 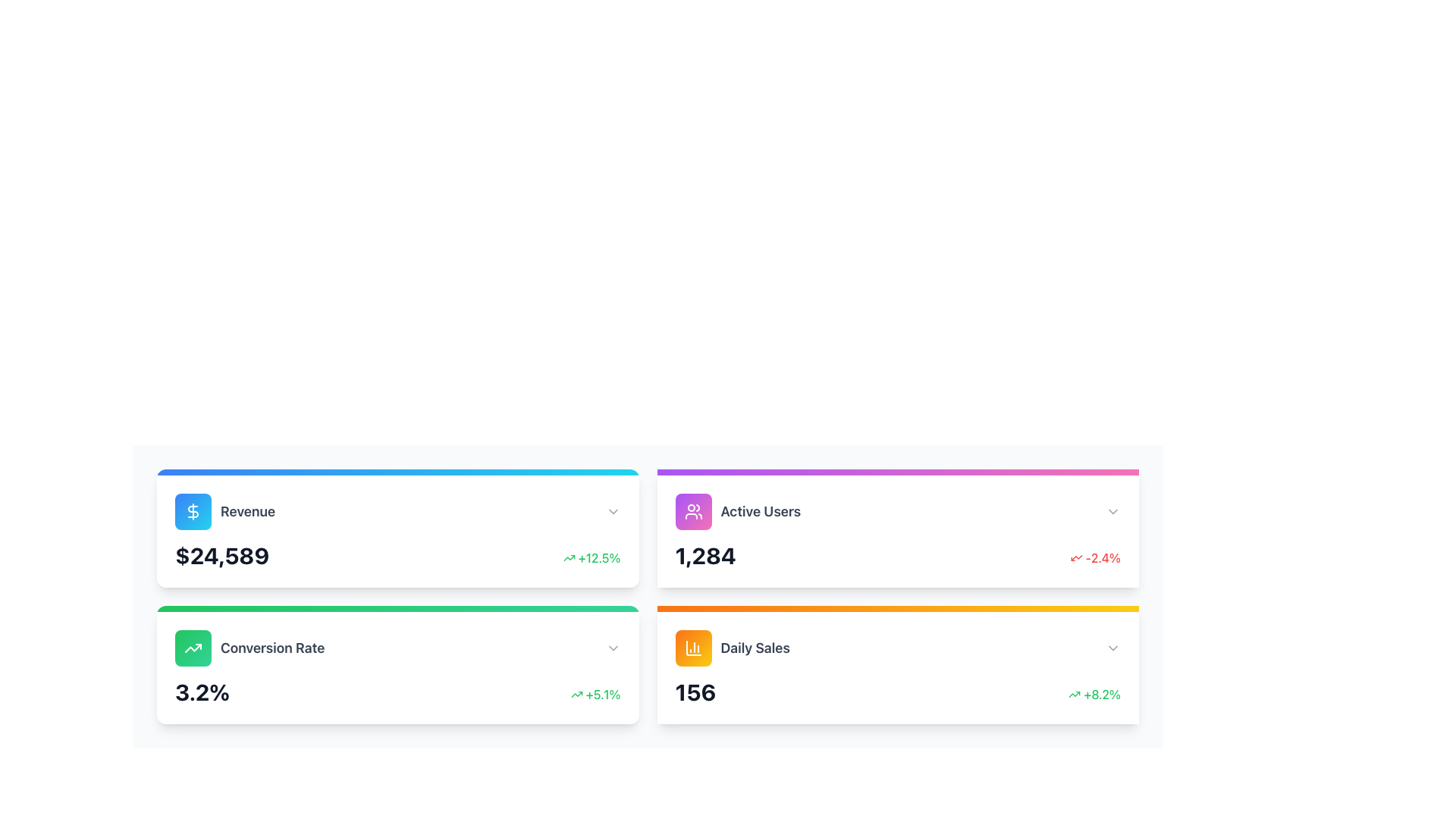 I want to click on the collapsible icon positioned at the top-right corner of the 'Revenue' section, so click(x=613, y=512).